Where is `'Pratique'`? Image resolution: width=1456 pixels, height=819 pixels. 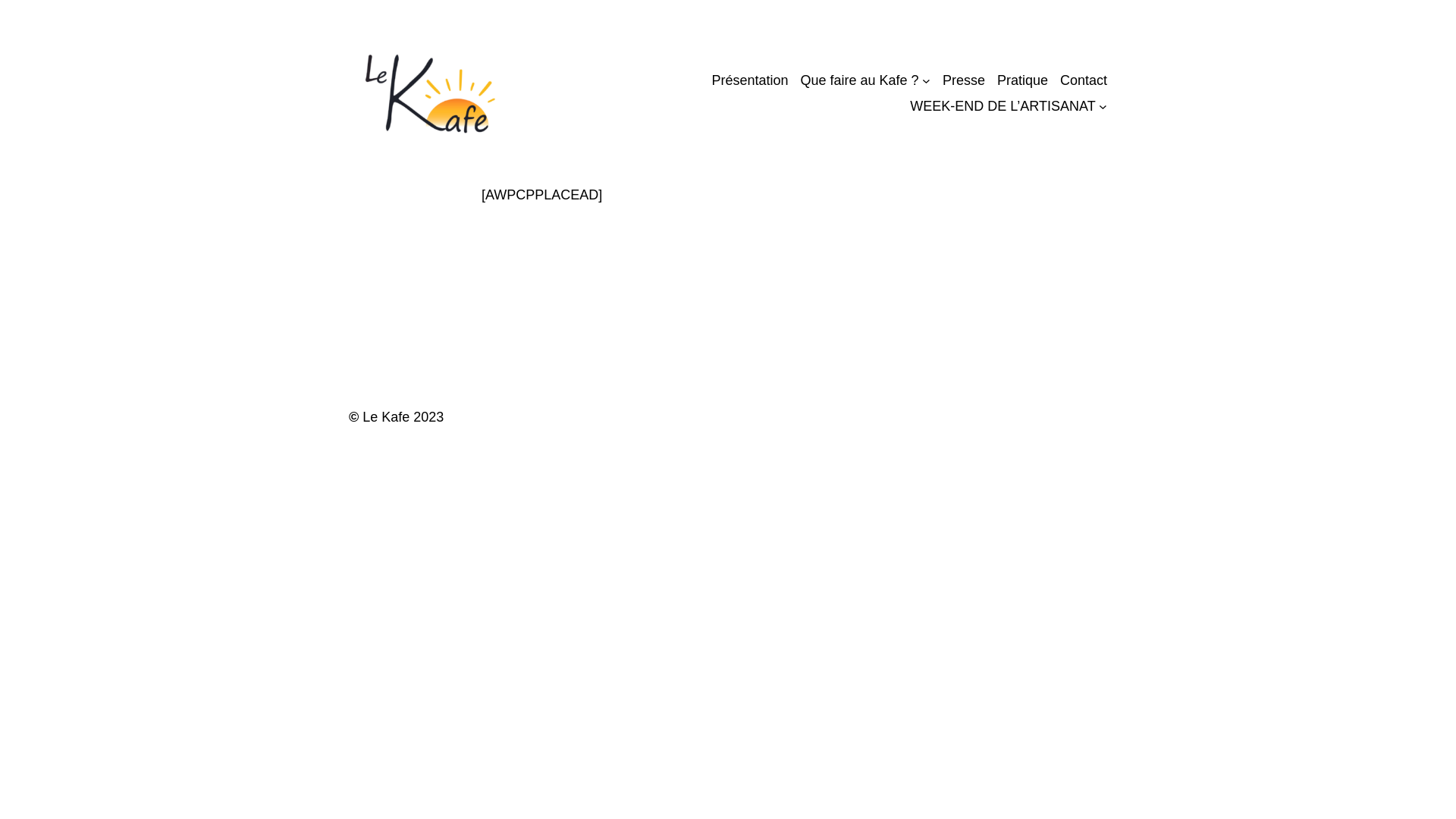
'Pratique' is located at coordinates (1022, 80).